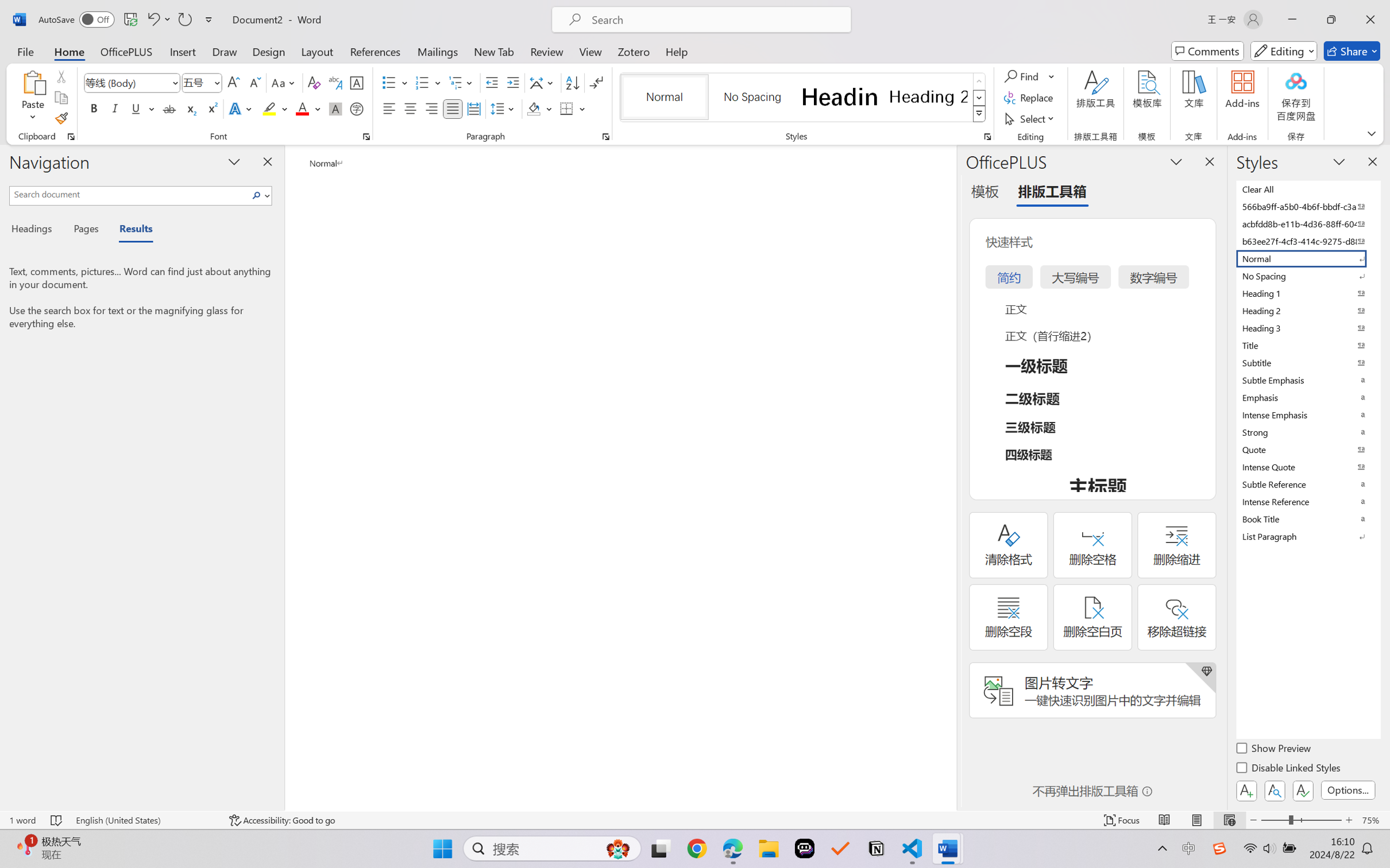 Image resolution: width=1390 pixels, height=868 pixels. Describe the element at coordinates (1307, 223) in the screenshot. I see `'acbfdd8b-e11b-4d36-88ff-6049b138f862'` at that location.